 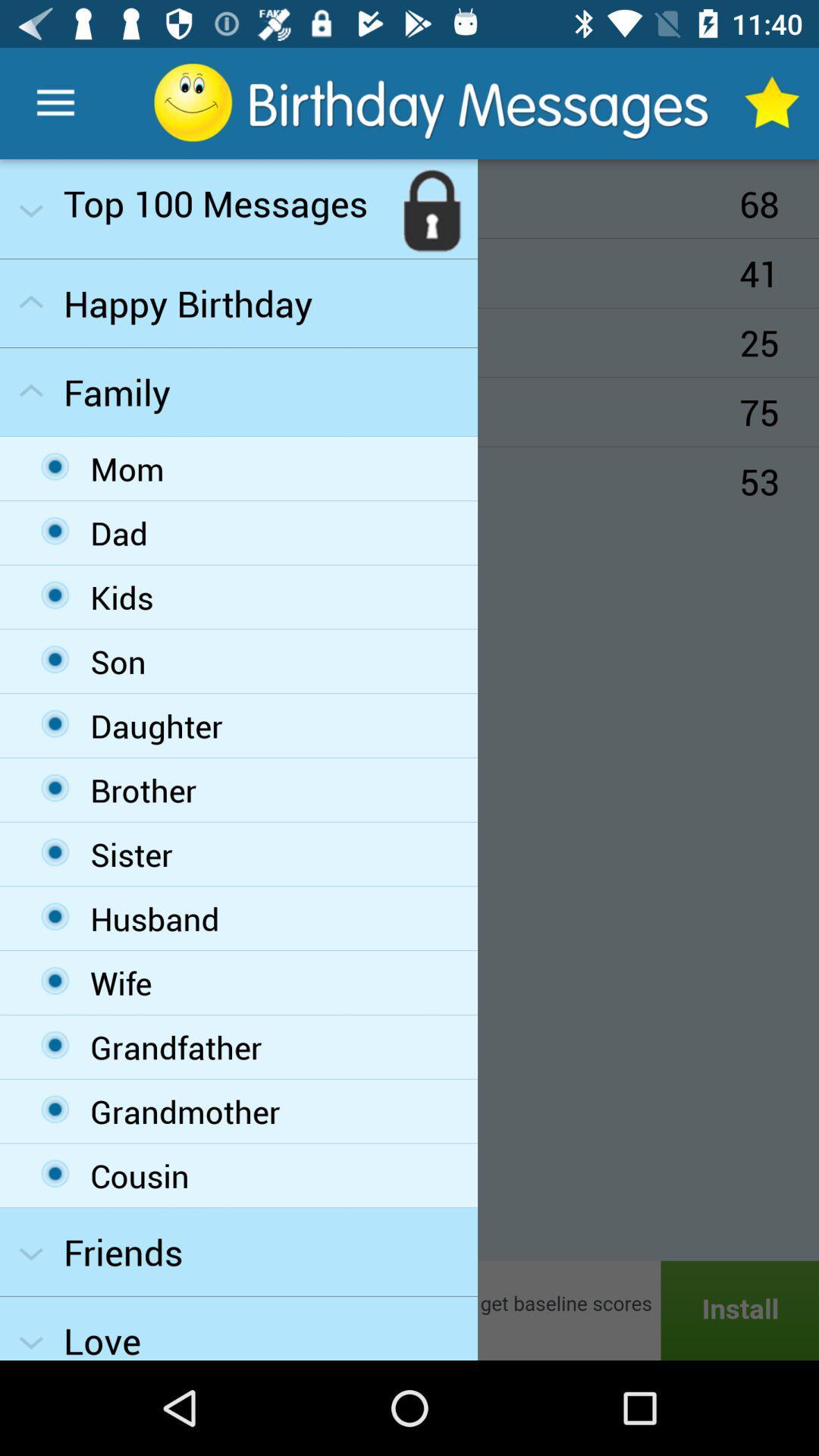 I want to click on the fourth option in the family drop down, so click(x=55, y=659).